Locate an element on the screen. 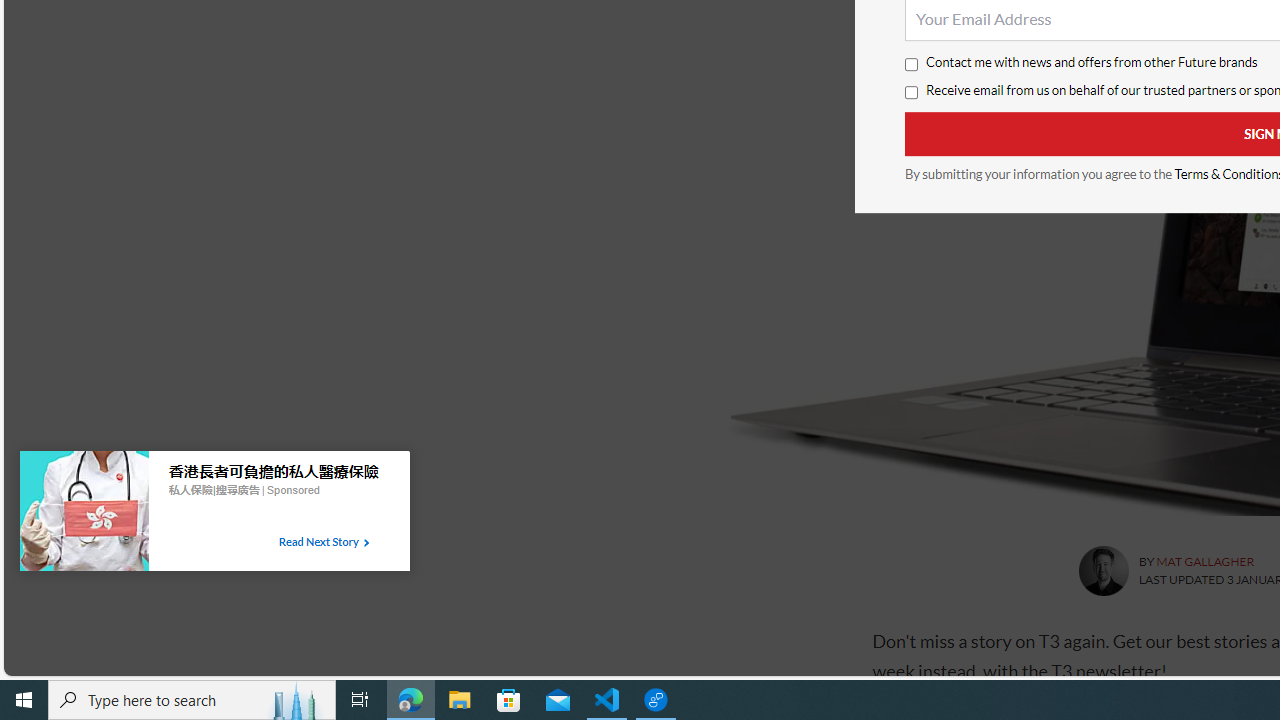  'Image for Taboola Advertising Unit' is located at coordinates (83, 514).